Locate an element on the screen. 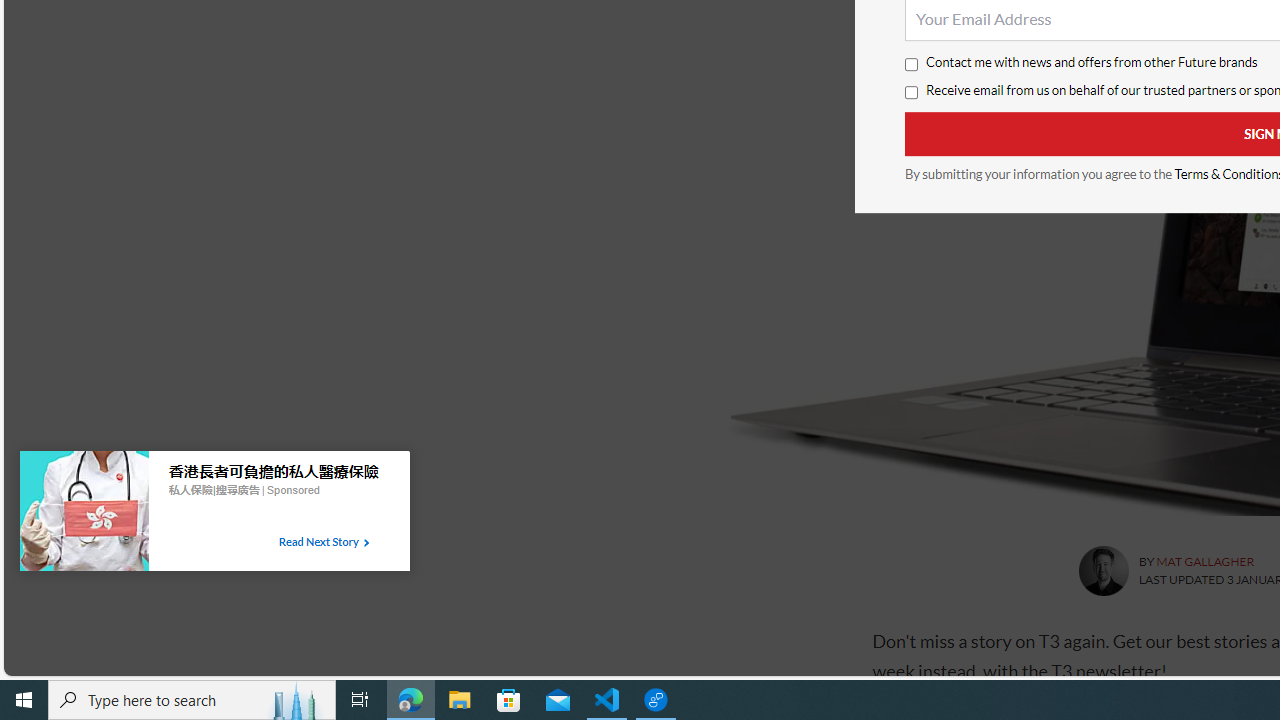  'Image for Taboola Advertising Unit' is located at coordinates (83, 514).